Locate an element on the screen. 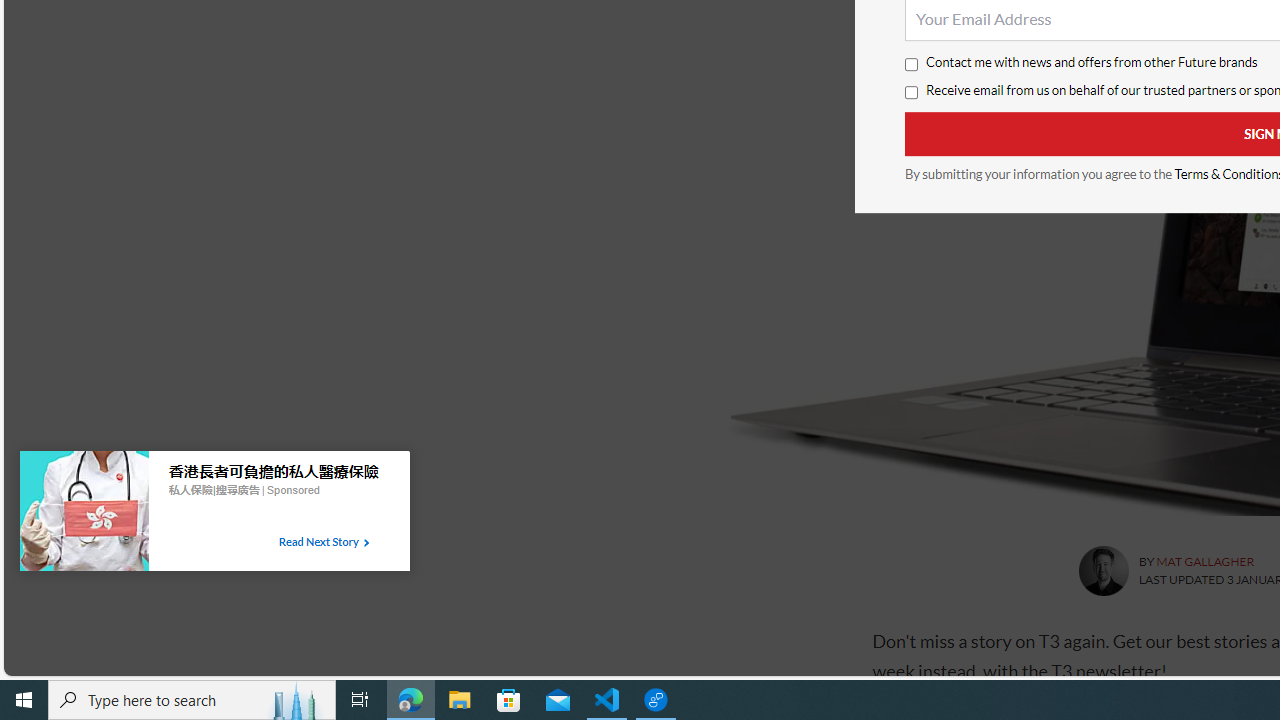  'Image for Taboola Advertising Unit' is located at coordinates (83, 514).